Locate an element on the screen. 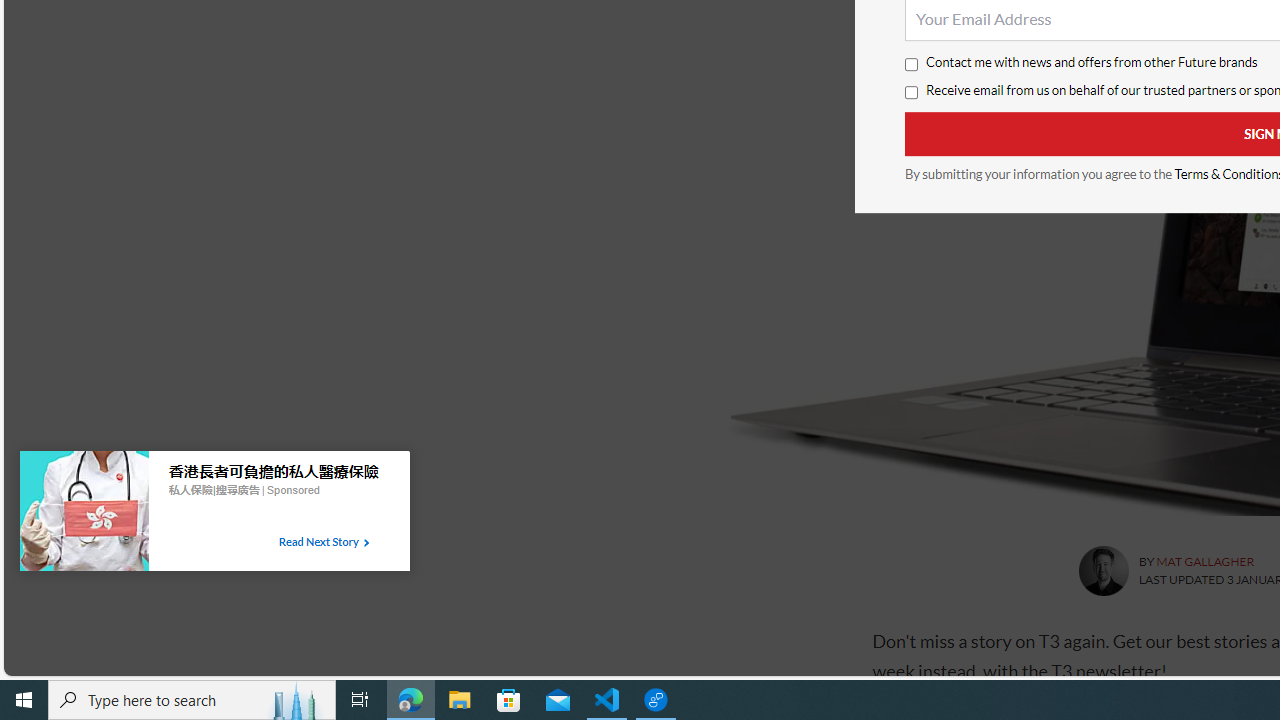  'Image for Taboola Advertising Unit' is located at coordinates (83, 514).